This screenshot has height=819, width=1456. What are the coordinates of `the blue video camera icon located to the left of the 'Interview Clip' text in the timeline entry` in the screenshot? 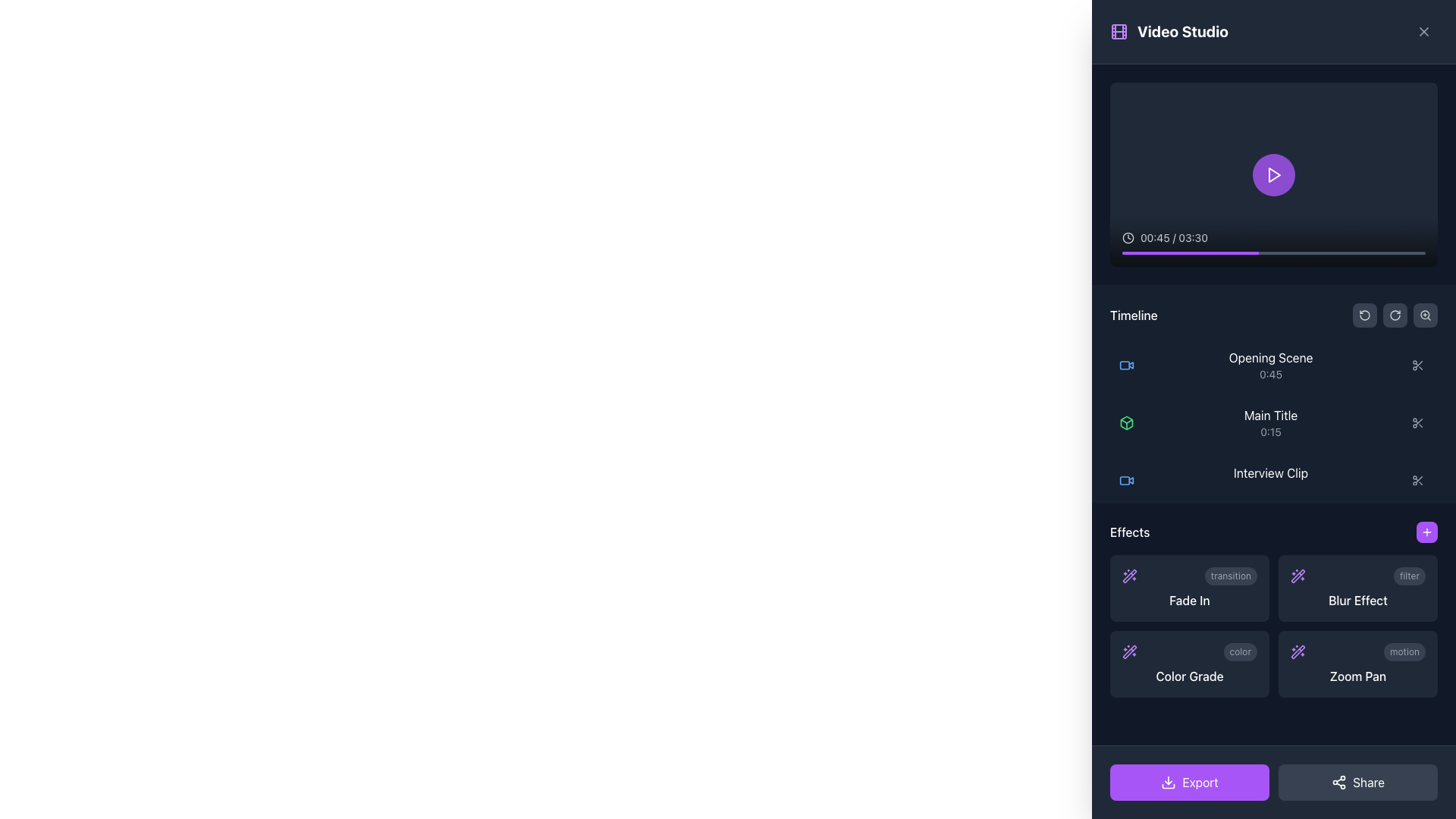 It's located at (1127, 480).